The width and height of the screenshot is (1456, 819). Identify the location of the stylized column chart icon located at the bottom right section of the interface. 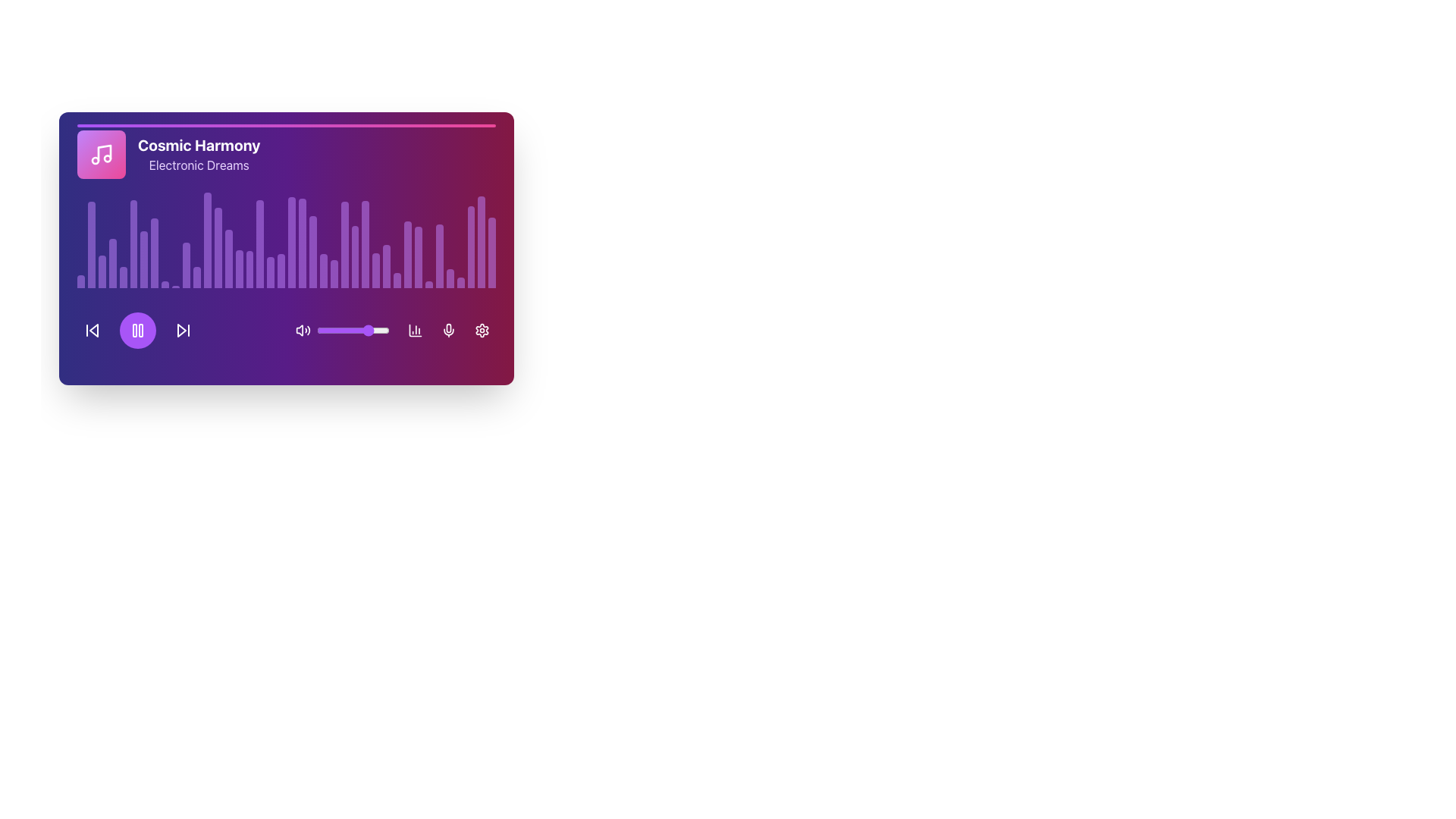
(415, 329).